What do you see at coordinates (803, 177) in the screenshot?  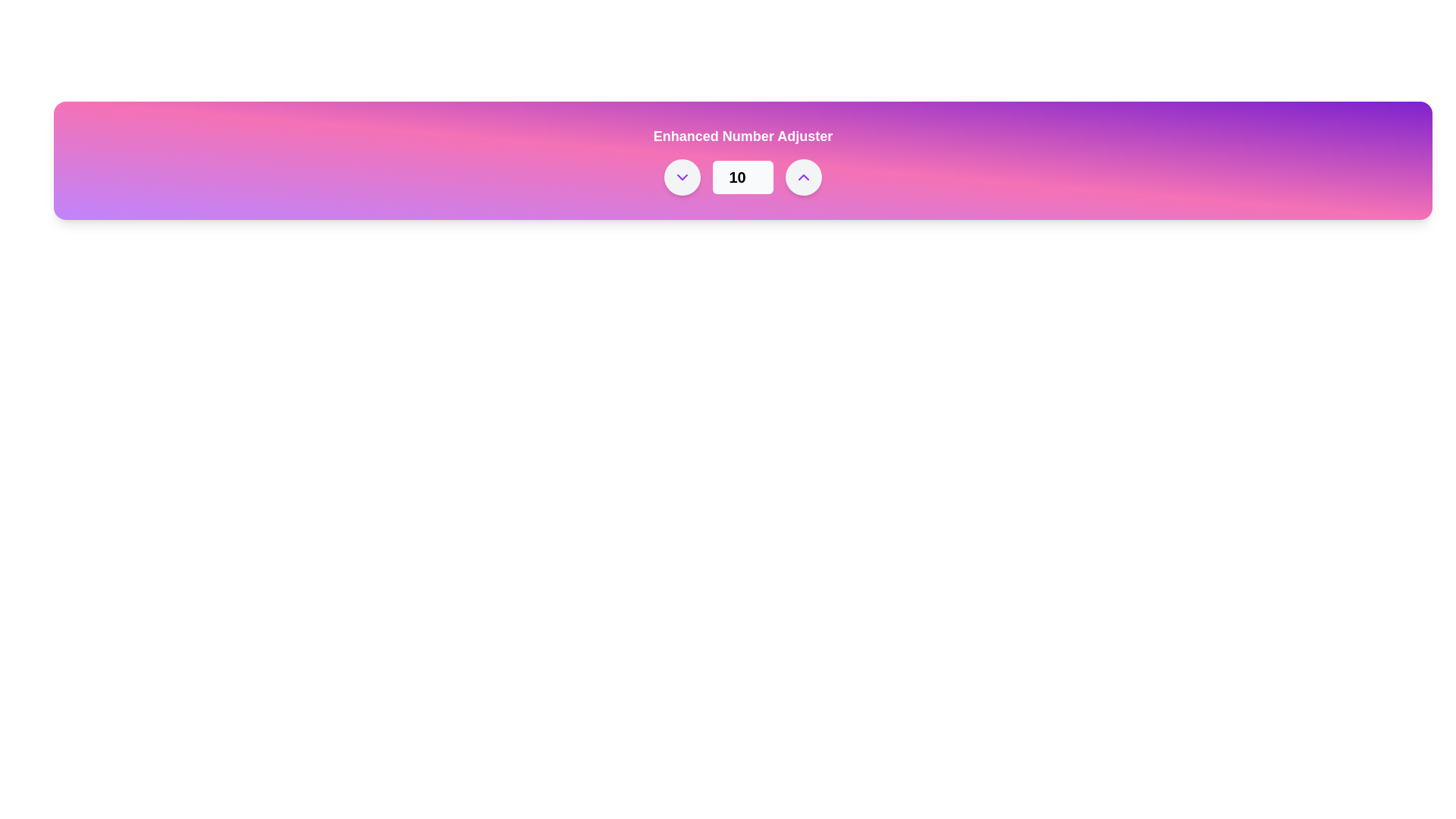 I see `the upward adjustment icon located inside a circular button on the right side of the three components below the 'Enhanced Number Adjuster' title to increase the value in the numeric input box` at bounding box center [803, 177].